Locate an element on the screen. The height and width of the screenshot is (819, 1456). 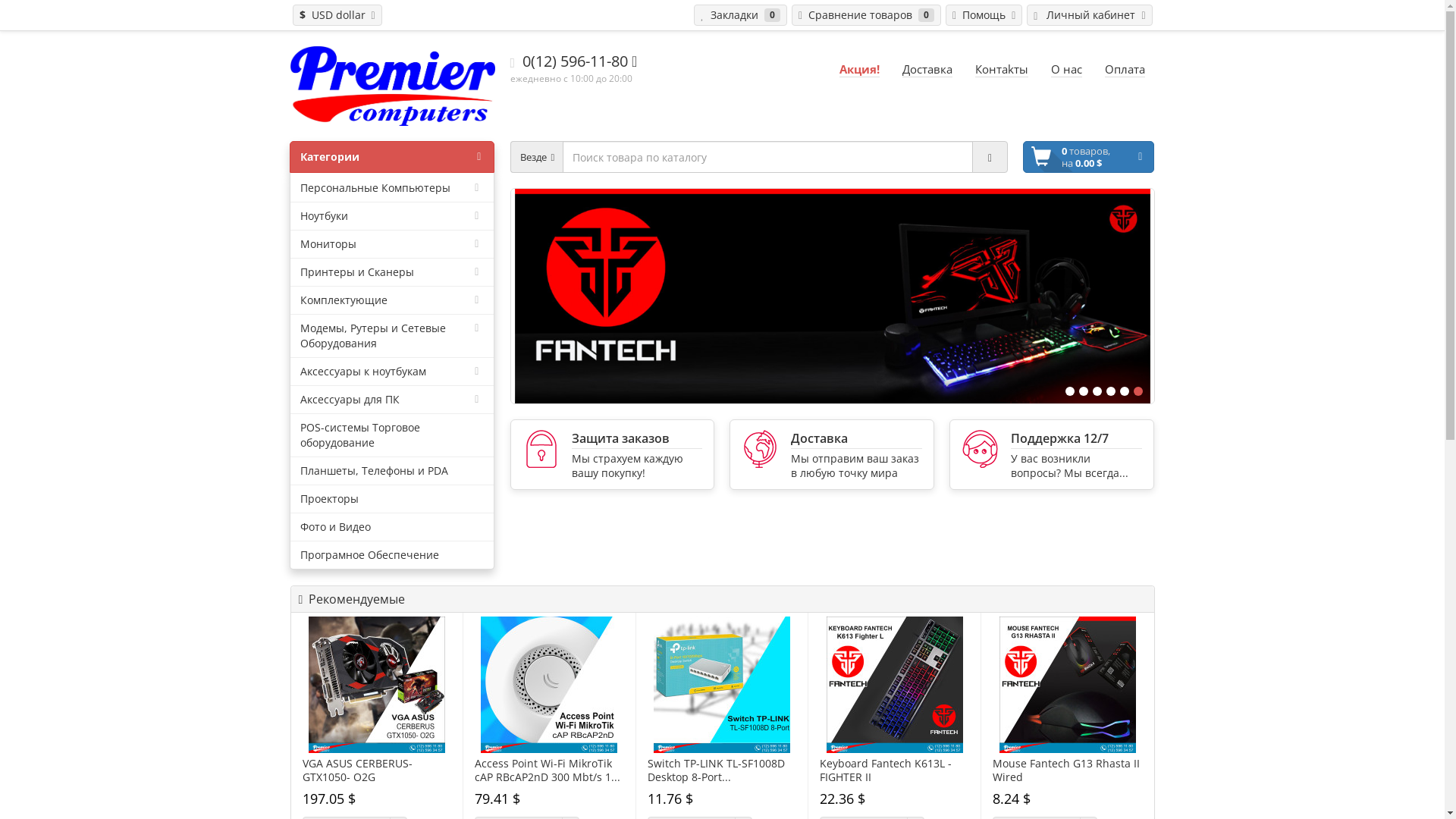
'Switch TP-LINK TL-SF1008D Desktop 8-Port...' is located at coordinates (721, 770).